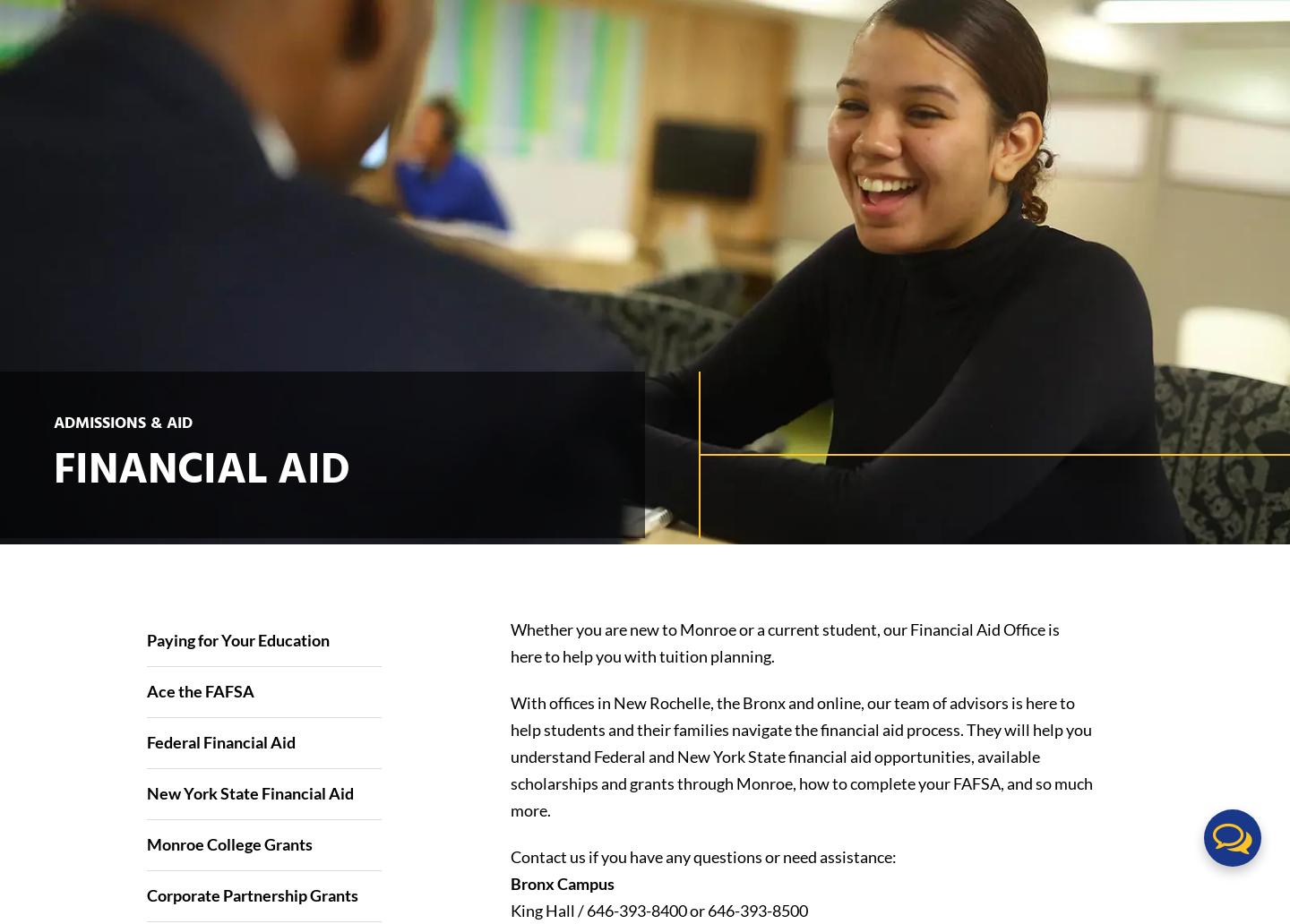  I want to click on 'Monroe College Grants', so click(228, 843).